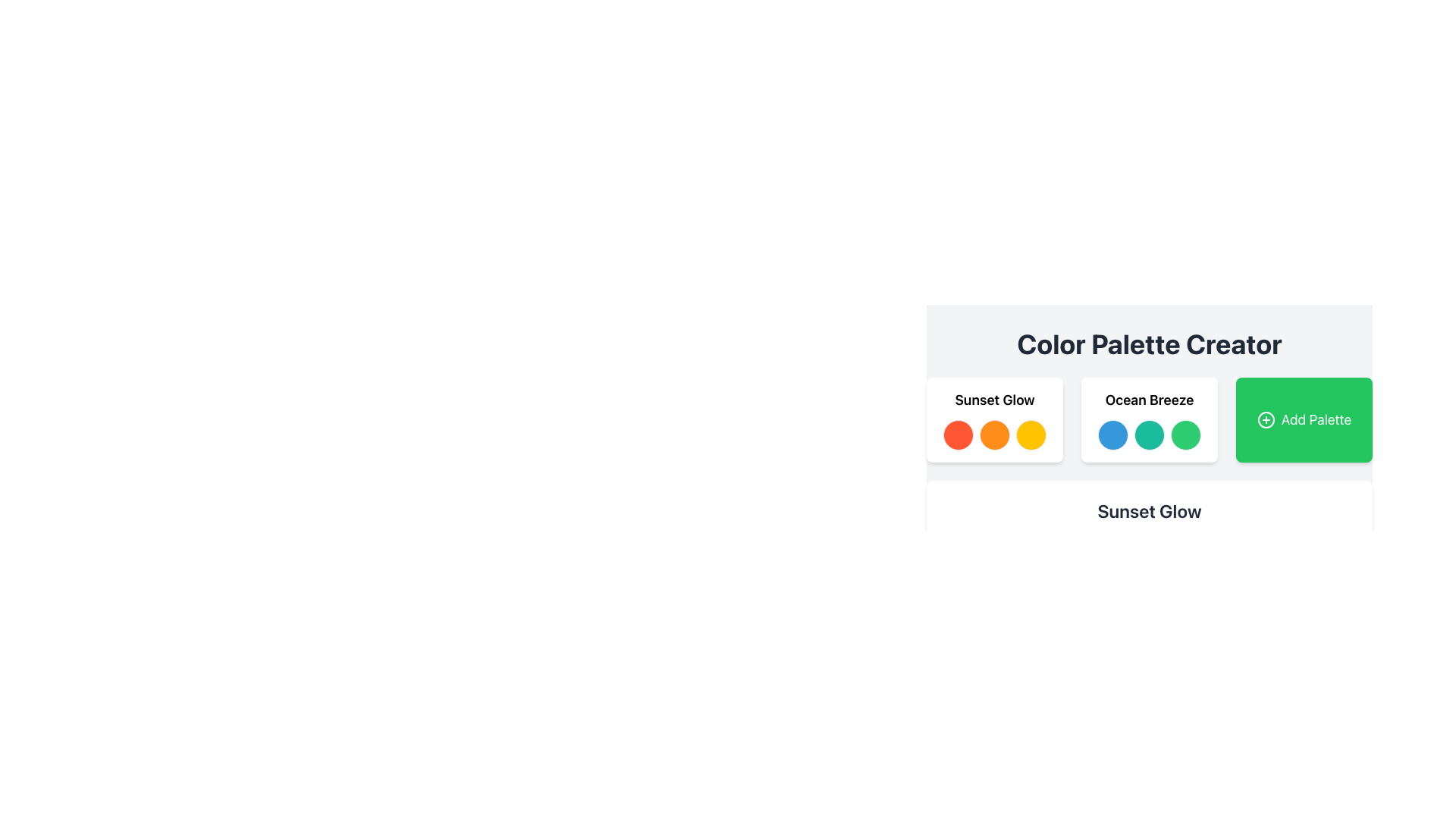 The width and height of the screenshot is (1456, 819). I want to click on the graphical representation of the Circular graphic component that is part of the 'Add Palette' button in the 'Color Palette Creator' section, so click(1266, 420).